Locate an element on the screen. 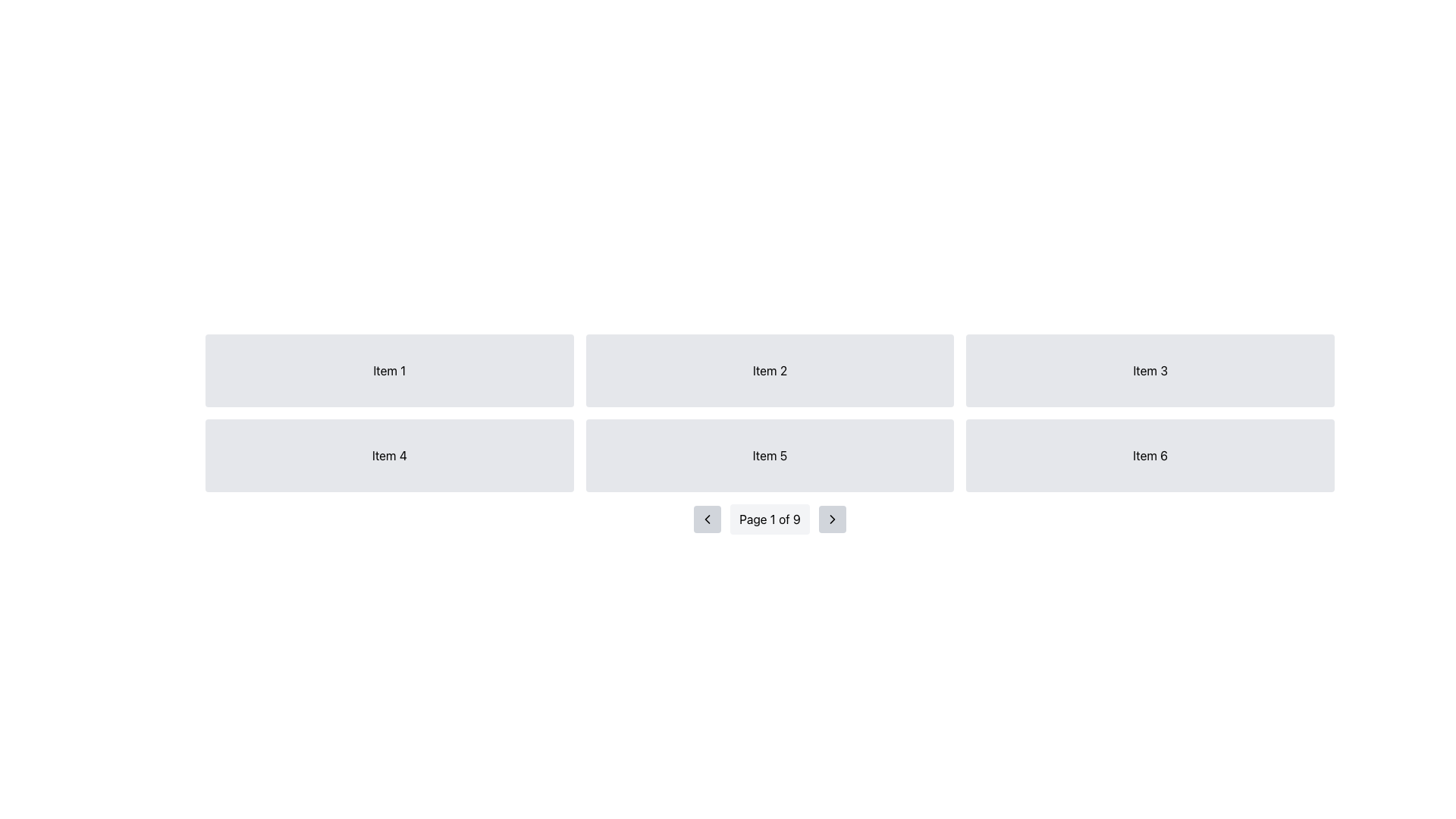 The height and width of the screenshot is (819, 1456). the left navigation chevron icon in the pagination control is located at coordinates (707, 519).